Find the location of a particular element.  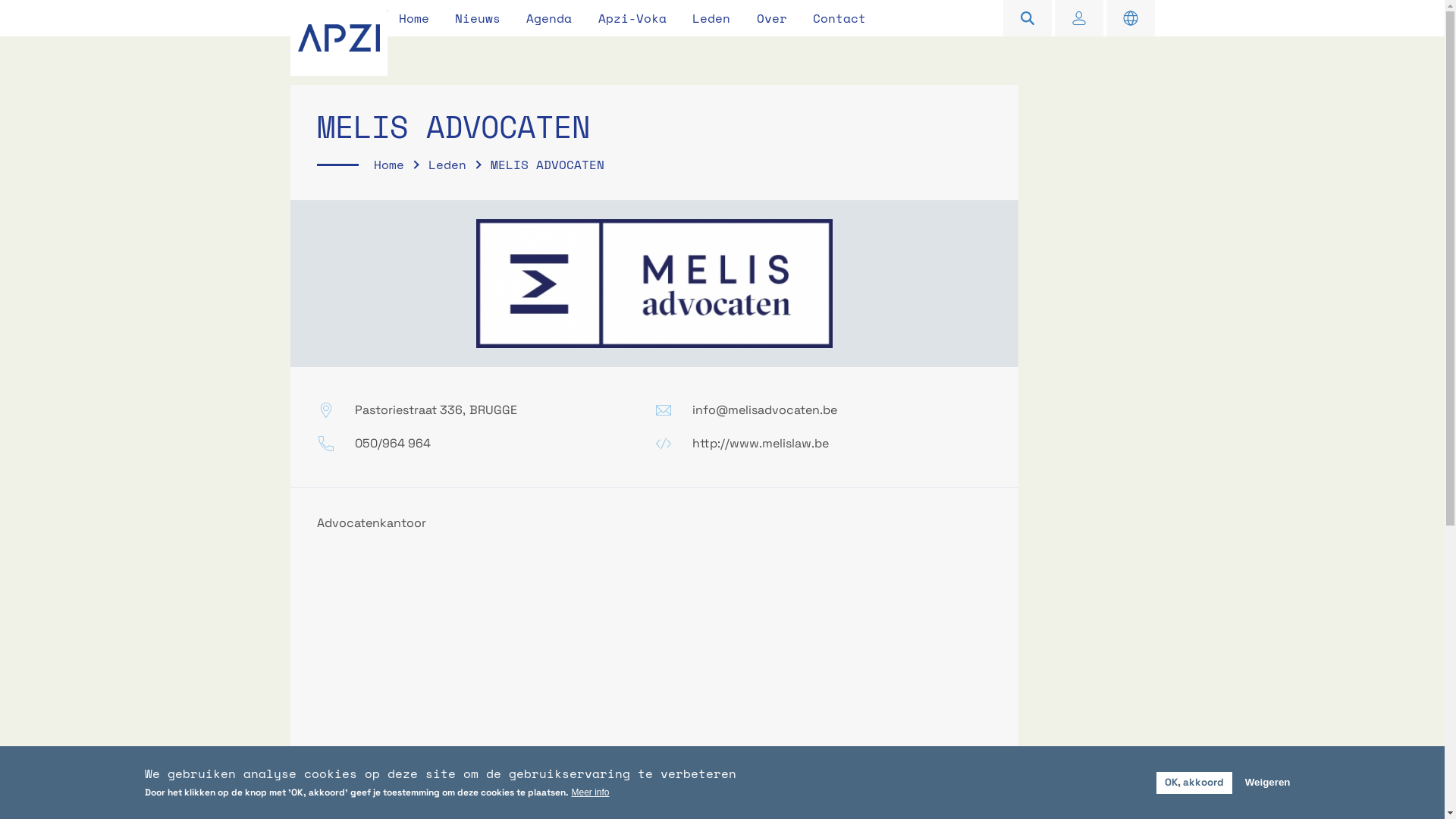

'Over' is located at coordinates (771, 17).